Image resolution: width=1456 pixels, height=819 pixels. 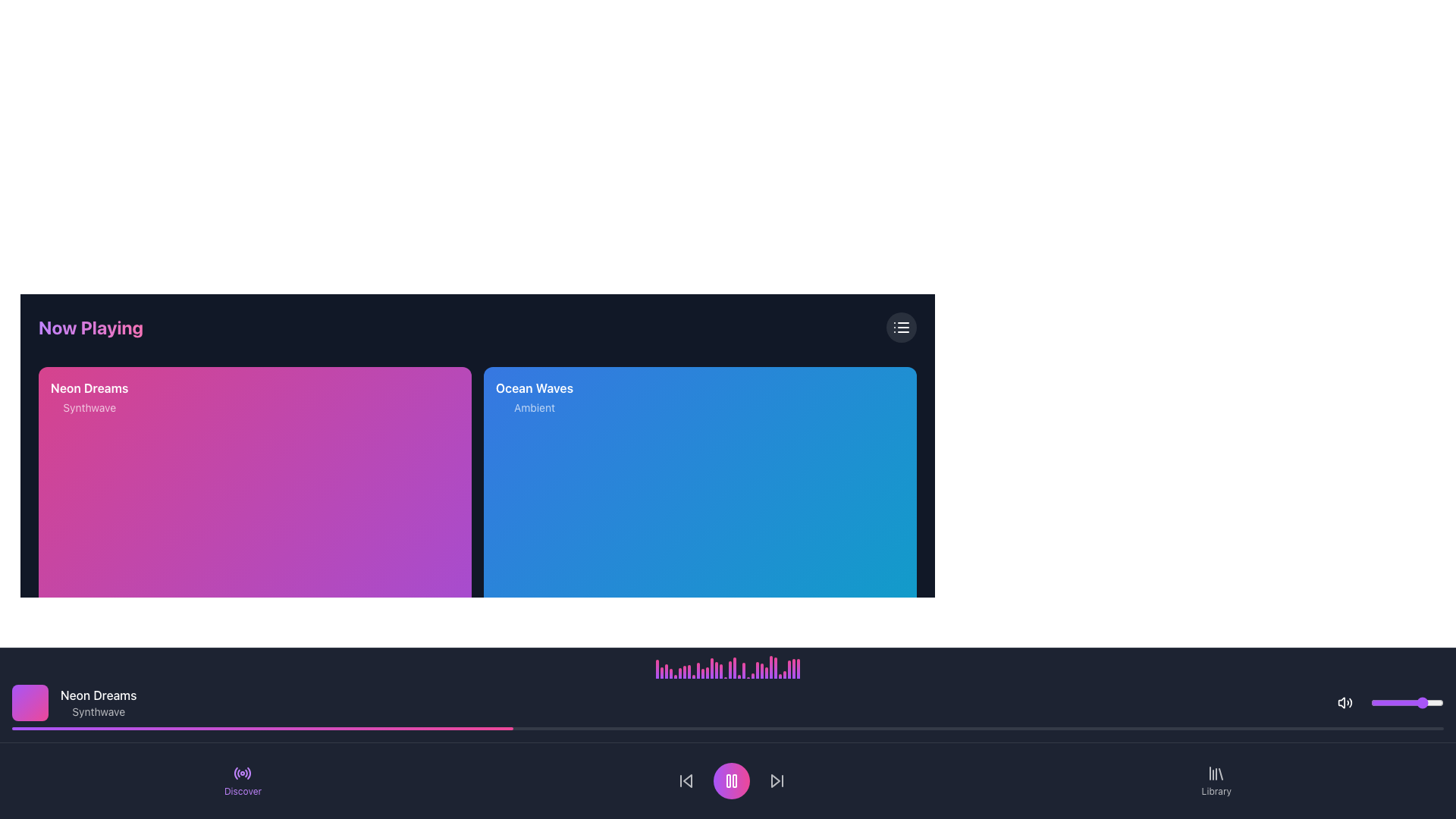 I want to click on the Pause button, which is a circular button with a gradient background from purple to pink containing two vertical bars, so click(x=731, y=780).